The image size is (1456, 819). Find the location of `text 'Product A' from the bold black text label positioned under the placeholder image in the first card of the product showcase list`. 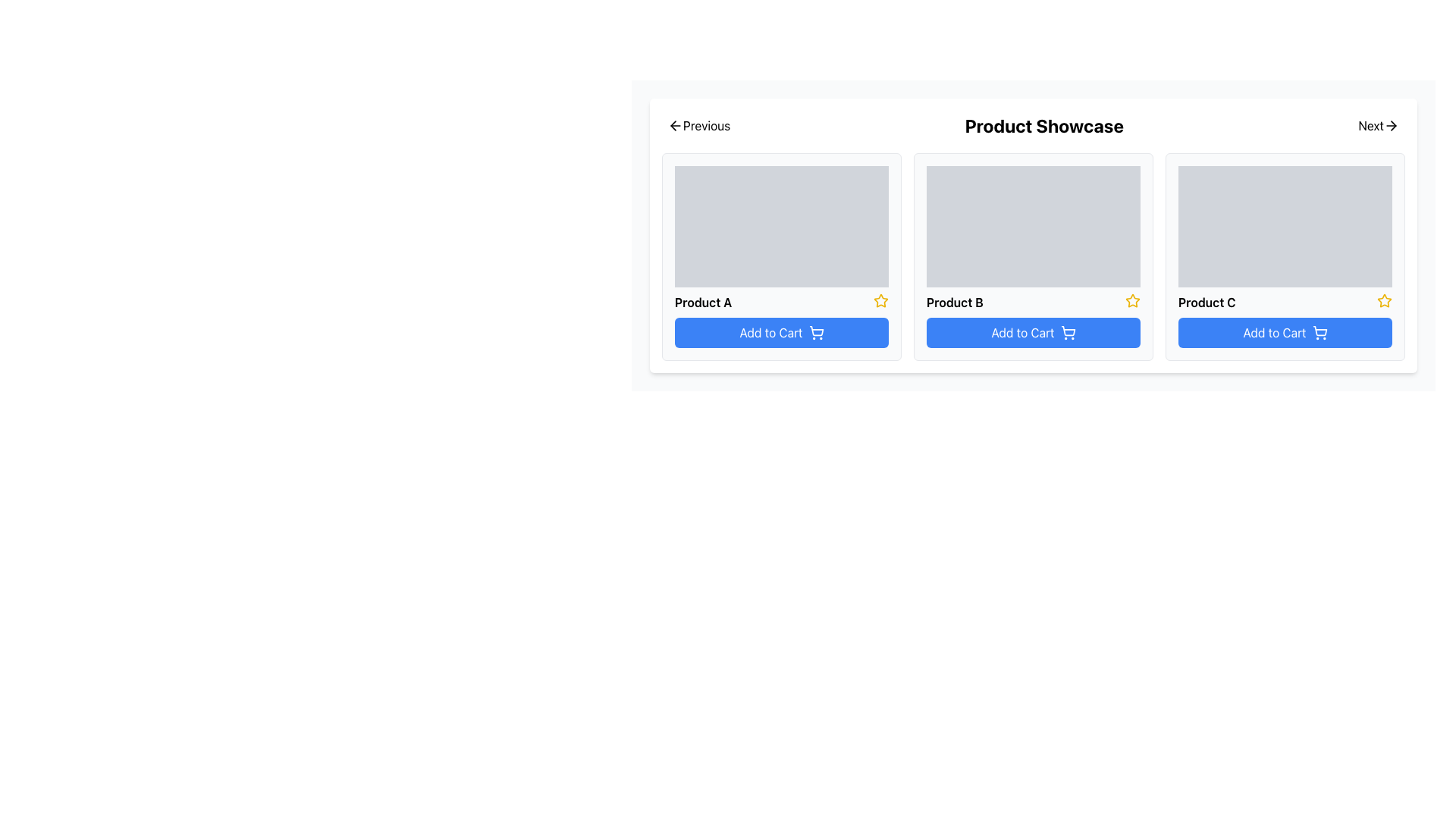

text 'Product A' from the bold black text label positioned under the placeholder image in the first card of the product showcase list is located at coordinates (702, 302).